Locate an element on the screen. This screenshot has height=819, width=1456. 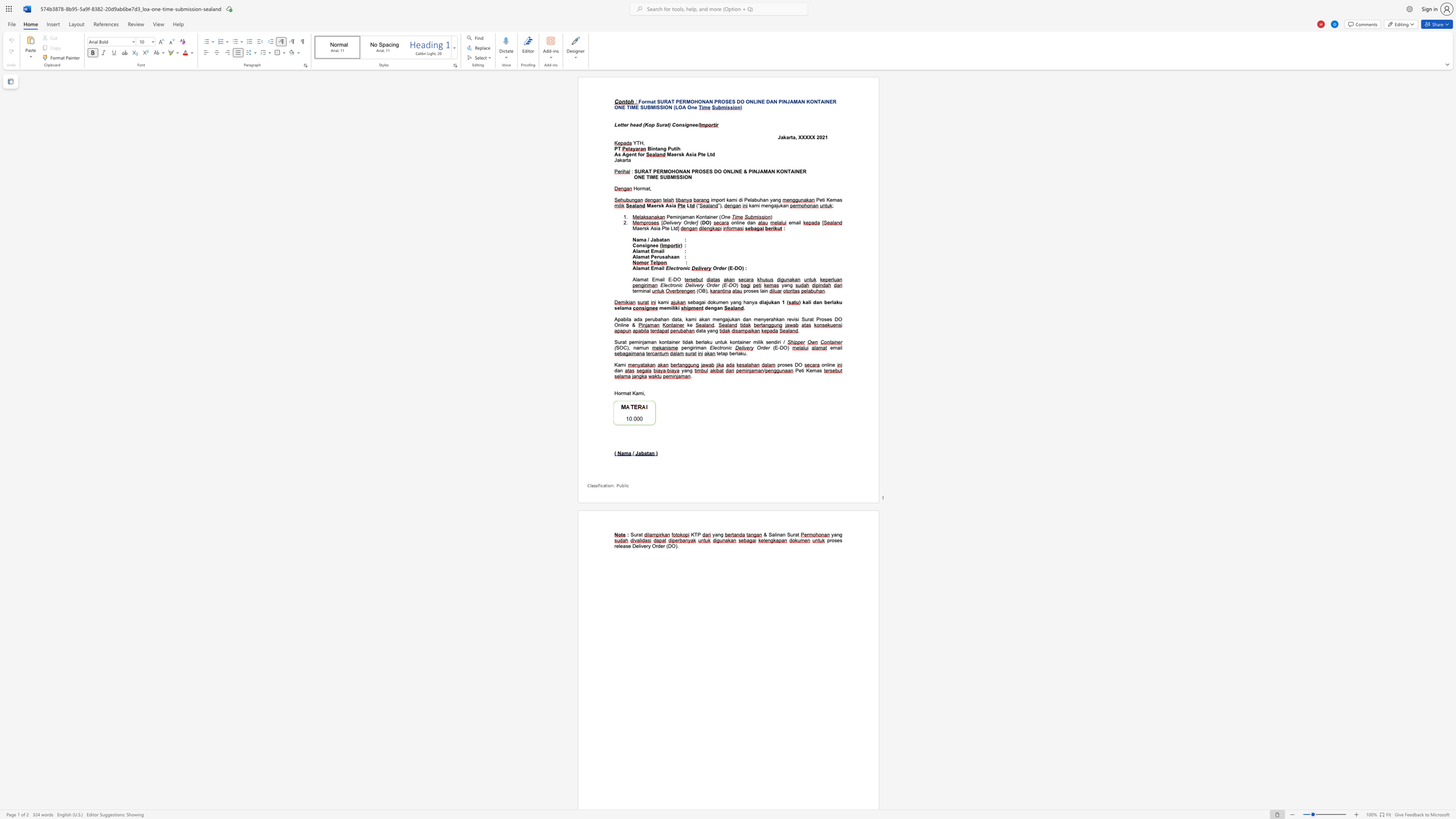
the space between the continuous character "O" and "r" in the text is located at coordinates (687, 223).